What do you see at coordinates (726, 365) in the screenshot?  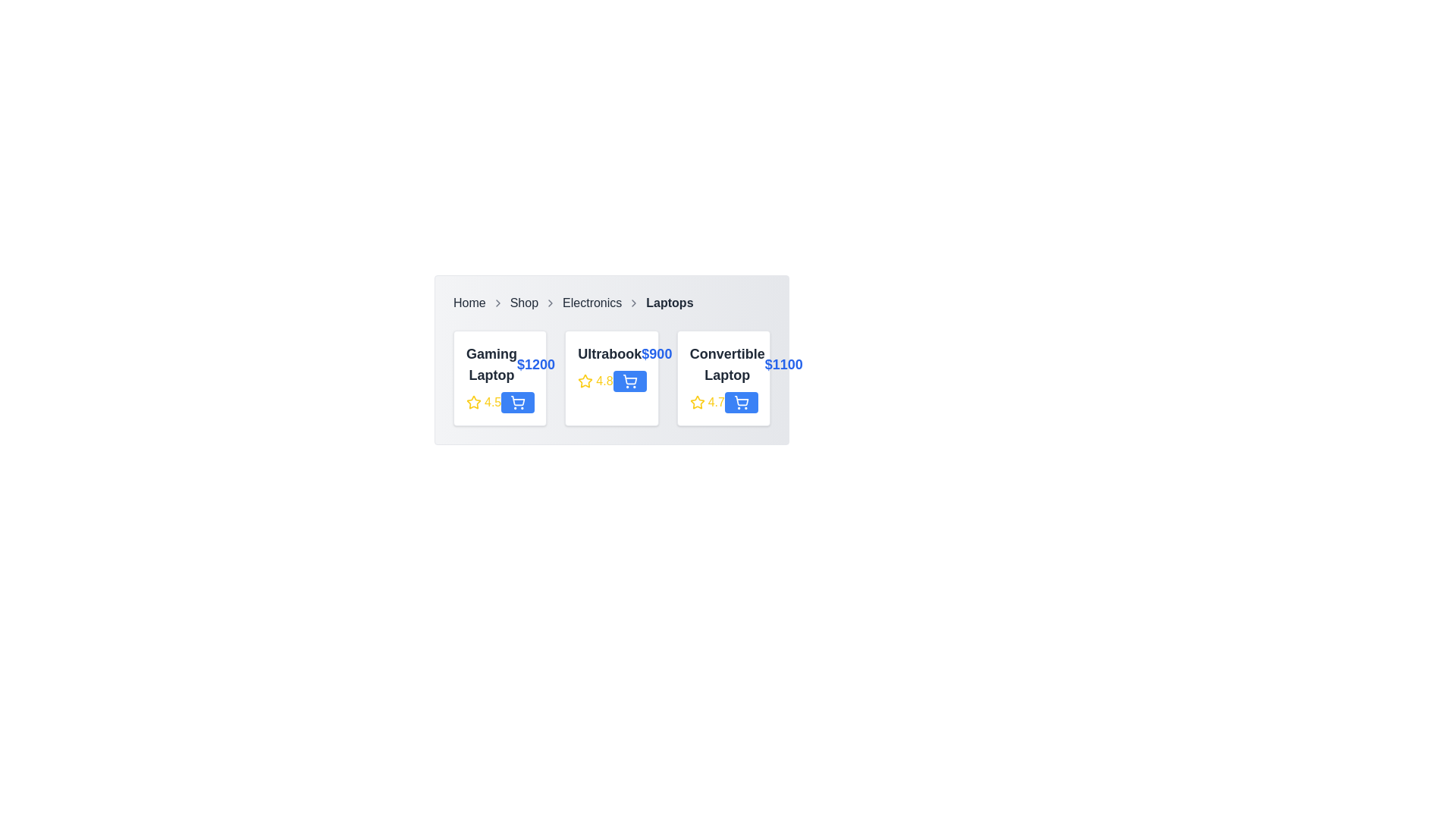 I see `the Text label indicating the name or model of the product, which is located above the price information in the third card of laptop offerings` at bounding box center [726, 365].